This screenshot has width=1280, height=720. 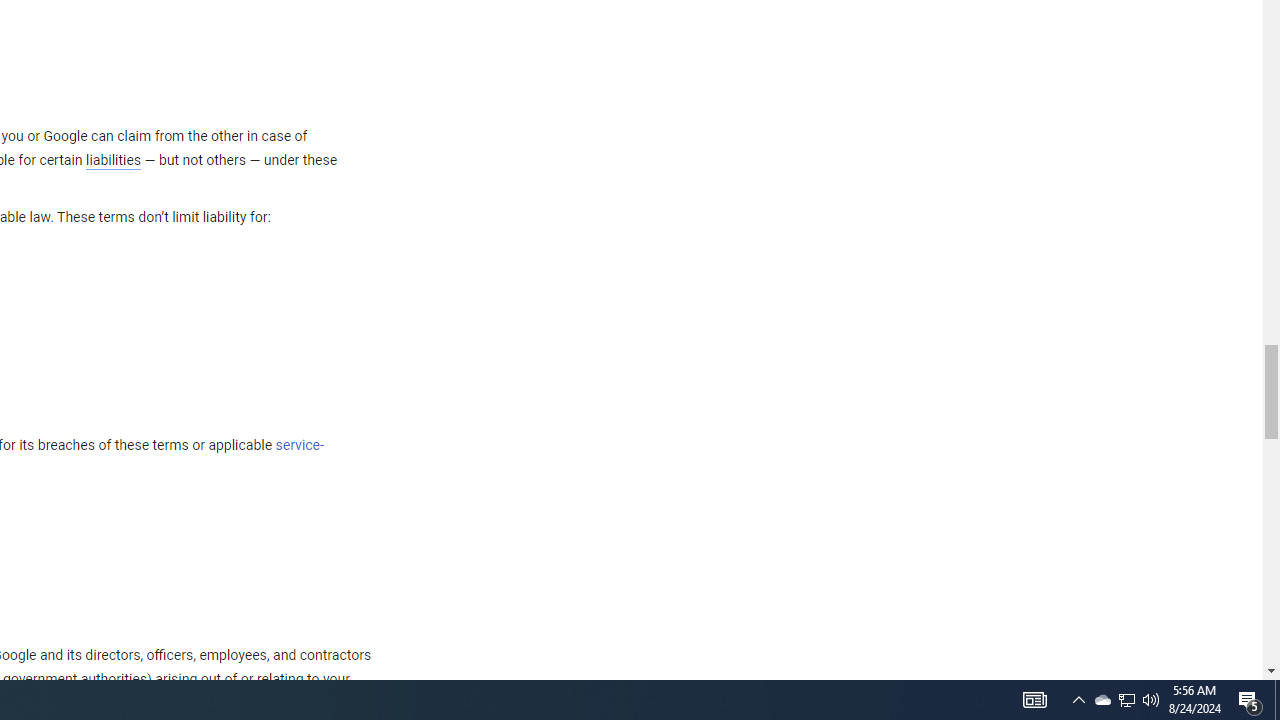 What do you see at coordinates (112, 159) in the screenshot?
I see `'liabilities'` at bounding box center [112, 159].